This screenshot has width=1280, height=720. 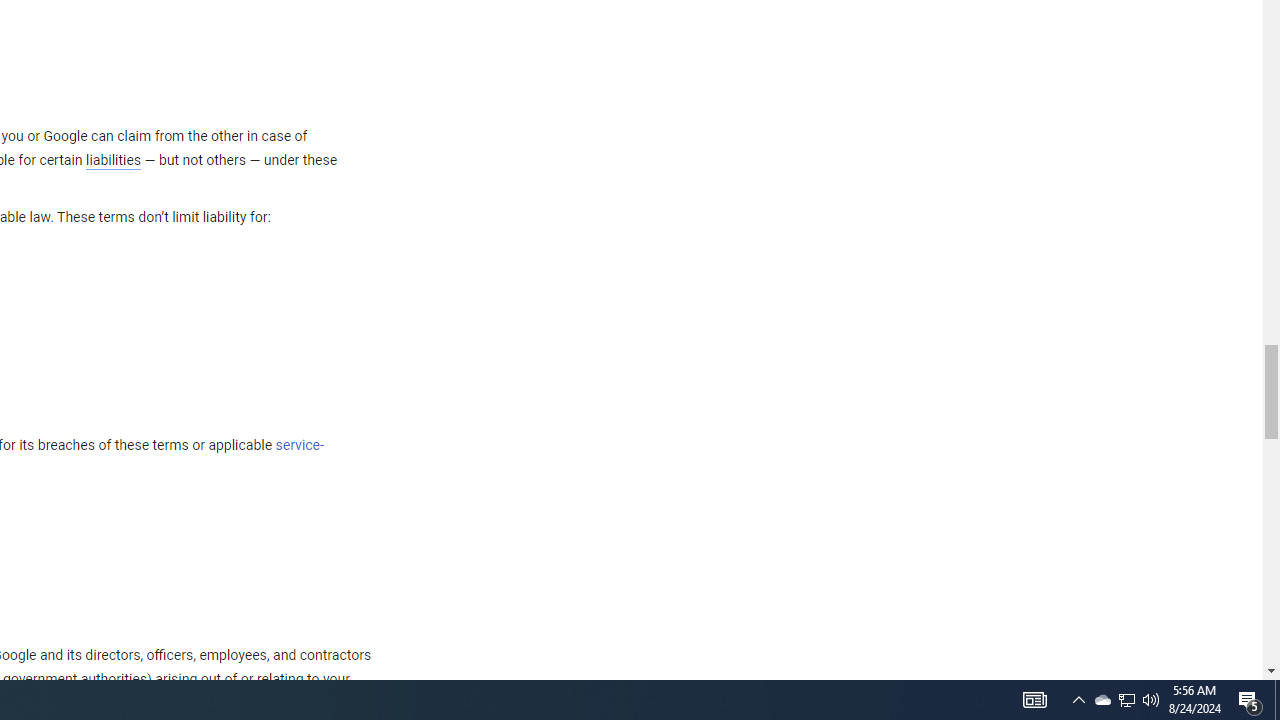 What do you see at coordinates (112, 159) in the screenshot?
I see `'liabilities'` at bounding box center [112, 159].